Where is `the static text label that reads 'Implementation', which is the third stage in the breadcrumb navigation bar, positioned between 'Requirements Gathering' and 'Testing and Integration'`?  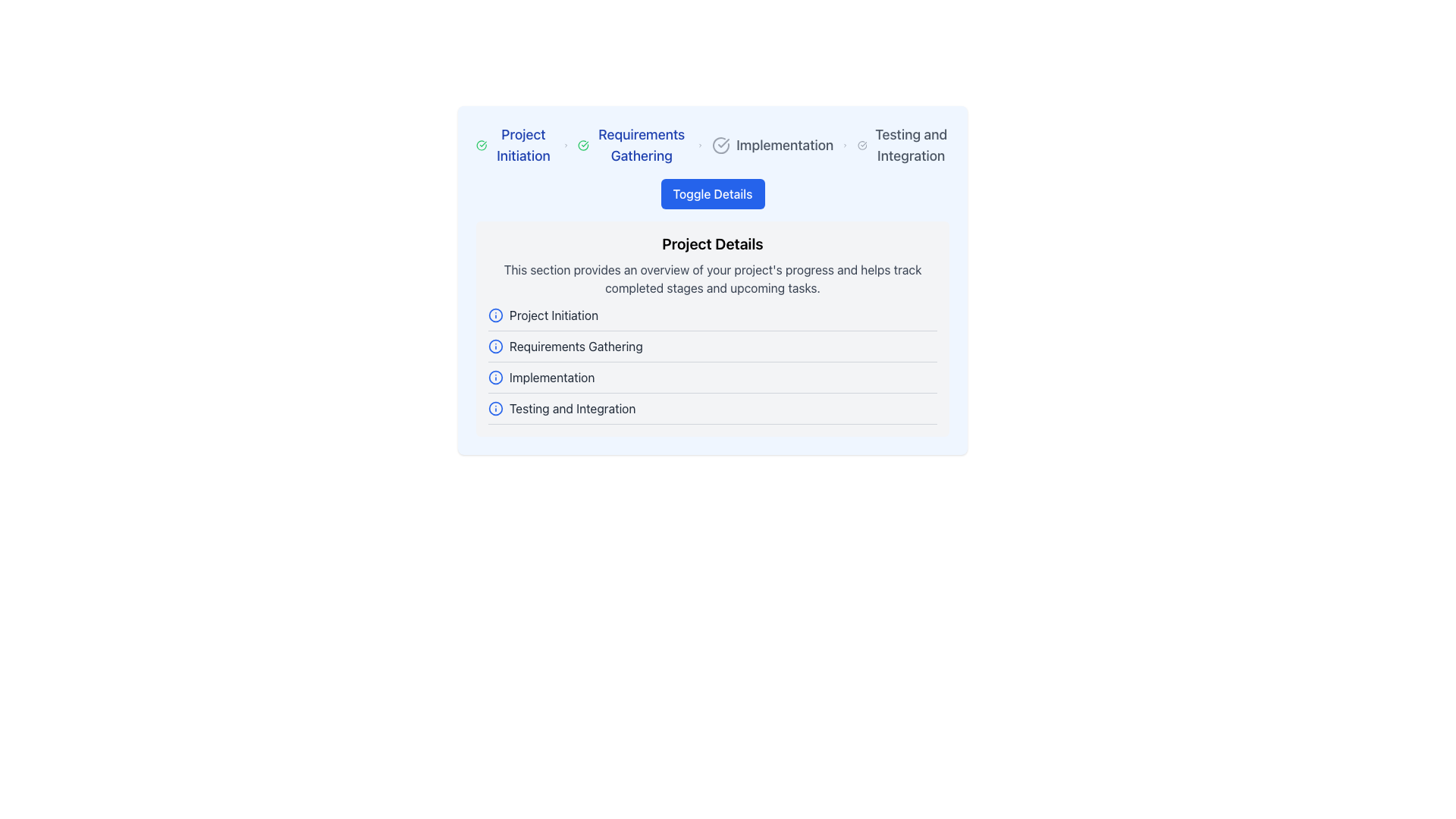 the static text label that reads 'Implementation', which is the third stage in the breadcrumb navigation bar, positioned between 'Requirements Gathering' and 'Testing and Integration' is located at coordinates (785, 146).